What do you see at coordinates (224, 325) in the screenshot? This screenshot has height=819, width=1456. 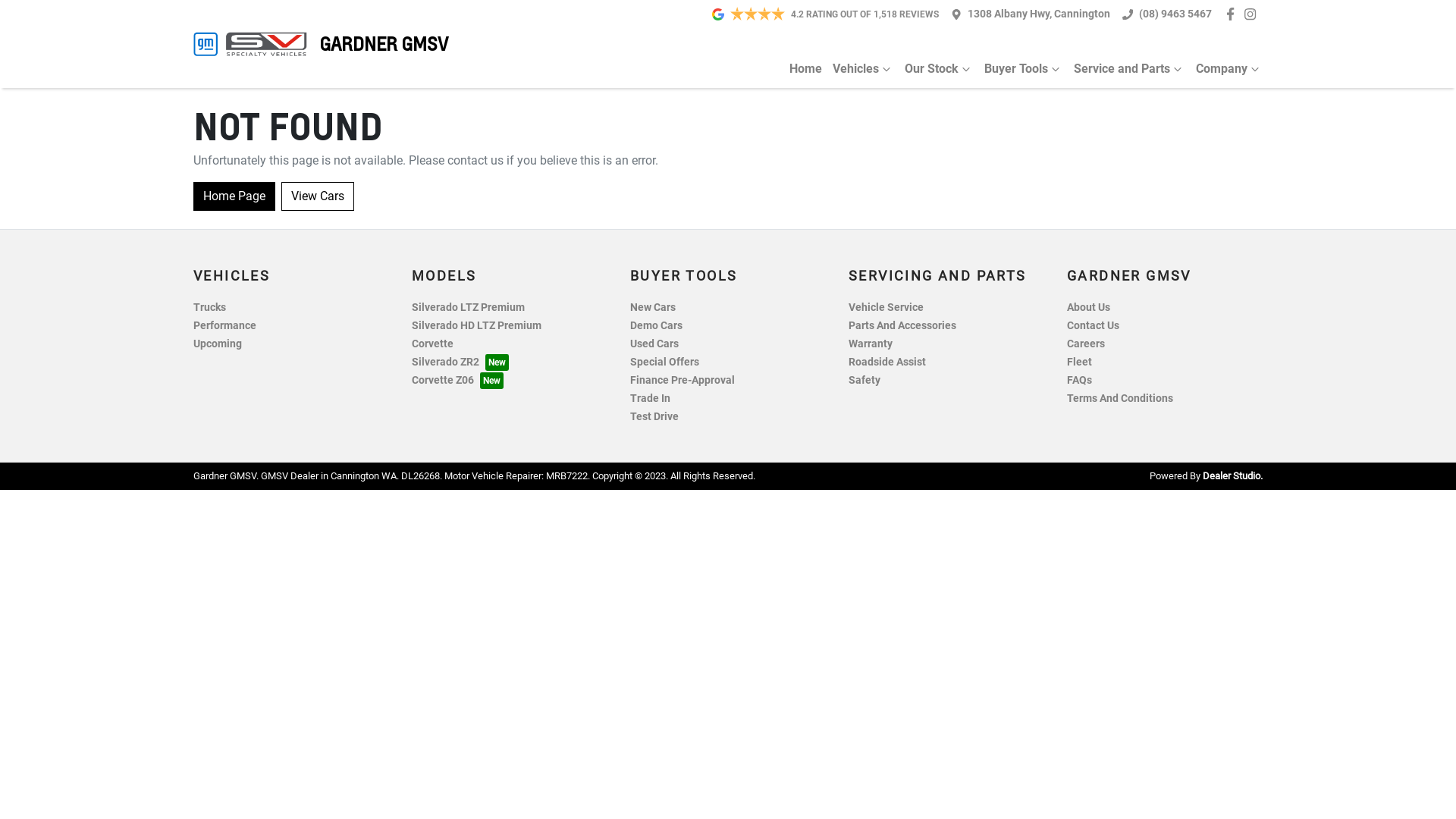 I see `'Performance'` at bounding box center [224, 325].